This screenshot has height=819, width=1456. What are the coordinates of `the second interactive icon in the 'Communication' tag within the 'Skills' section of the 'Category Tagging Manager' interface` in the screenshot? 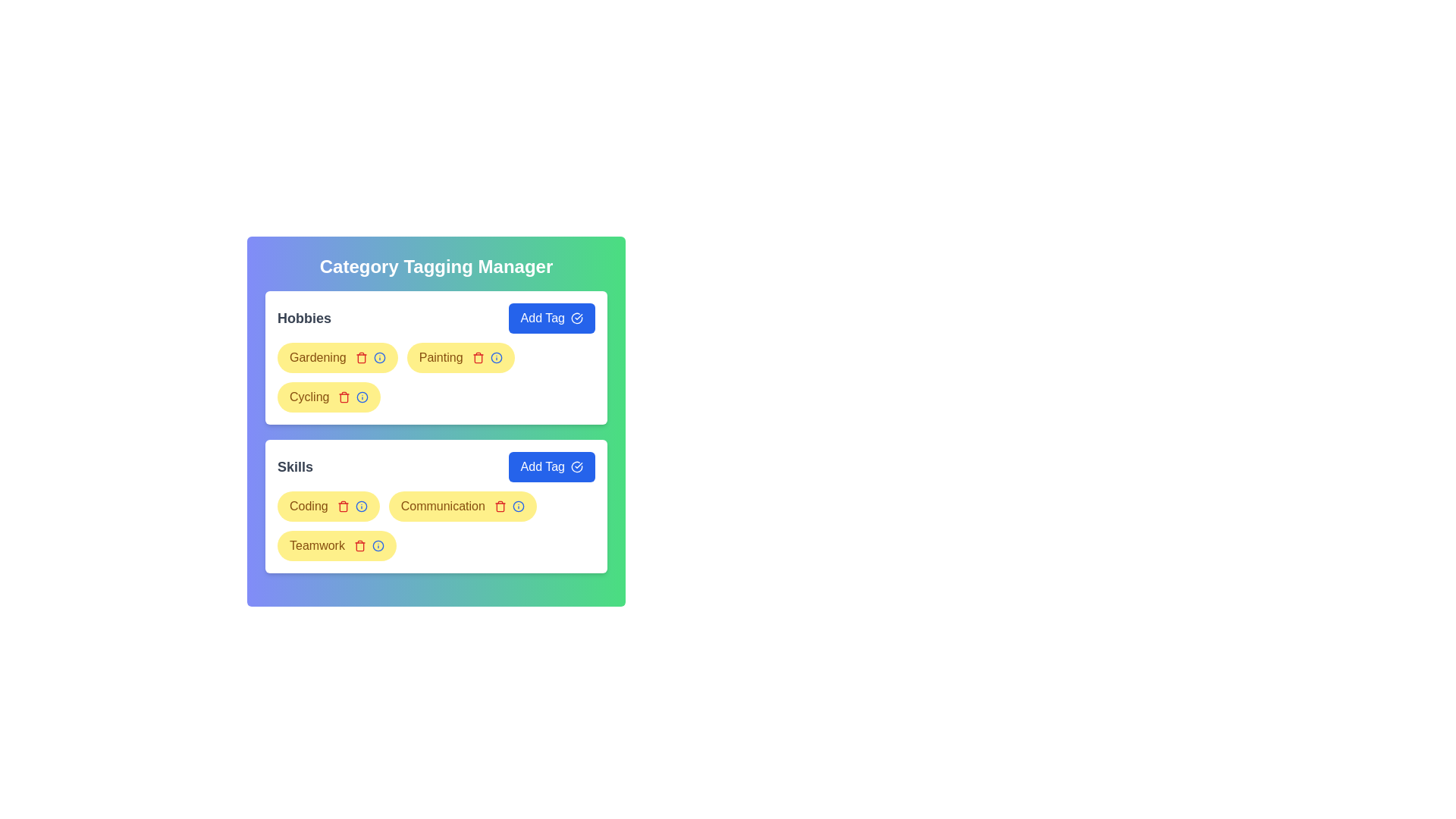 It's located at (500, 506).